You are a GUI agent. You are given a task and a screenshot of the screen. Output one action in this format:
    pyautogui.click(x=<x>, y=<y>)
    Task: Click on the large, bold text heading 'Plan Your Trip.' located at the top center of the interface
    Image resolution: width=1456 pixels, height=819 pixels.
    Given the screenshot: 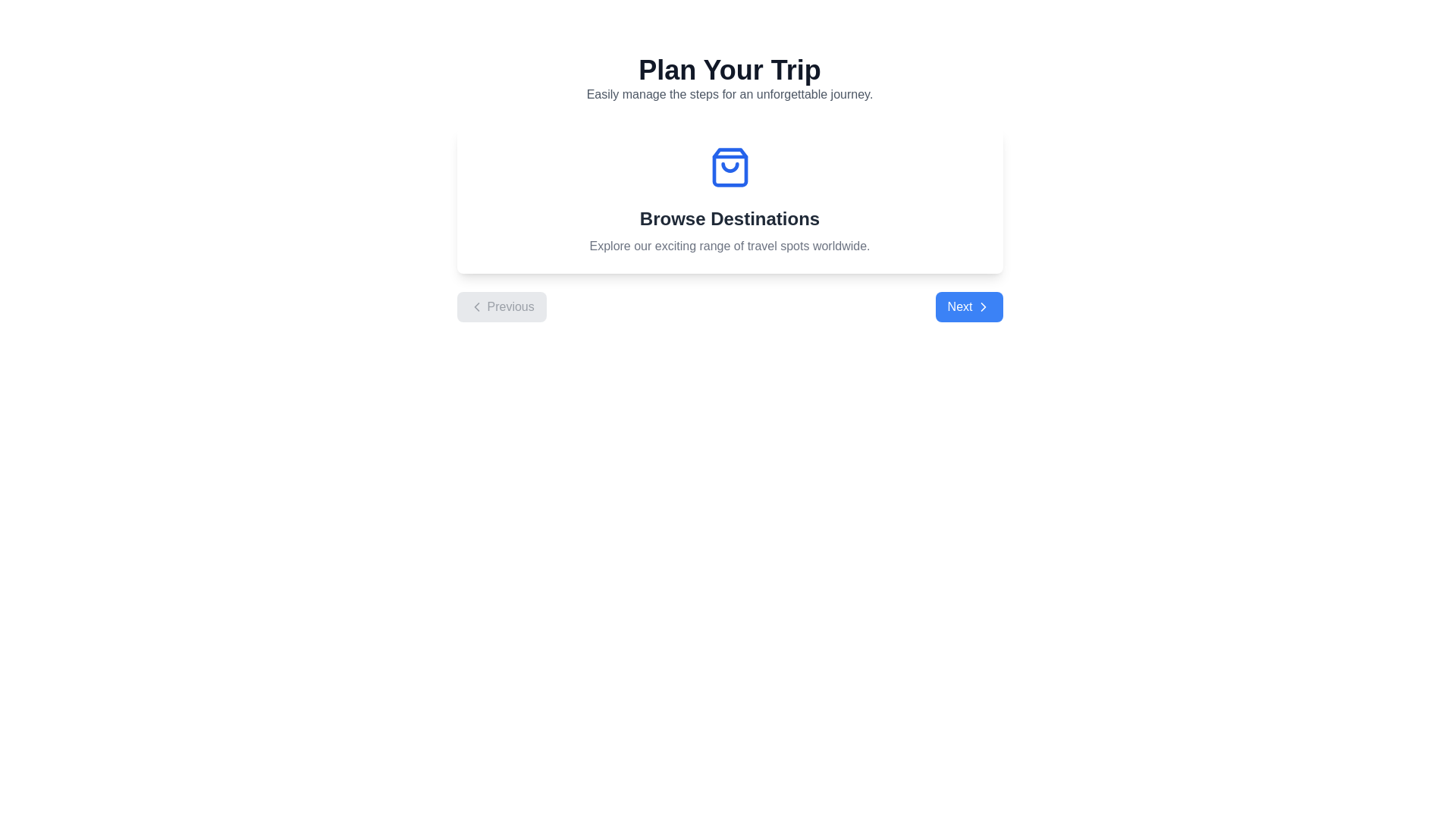 What is the action you would take?
    pyautogui.click(x=730, y=70)
    